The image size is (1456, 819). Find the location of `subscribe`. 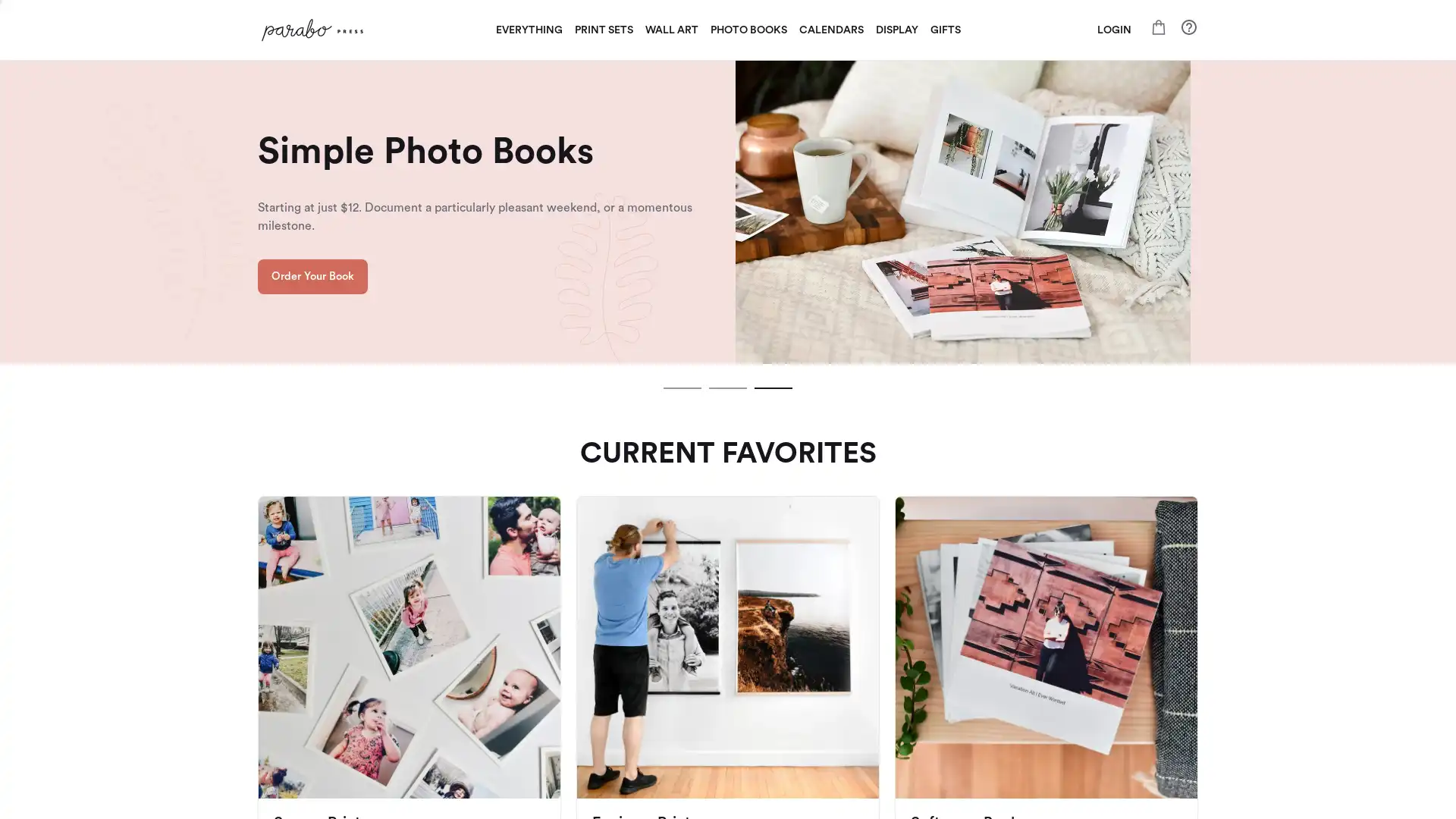

subscribe is located at coordinates (833, 584).